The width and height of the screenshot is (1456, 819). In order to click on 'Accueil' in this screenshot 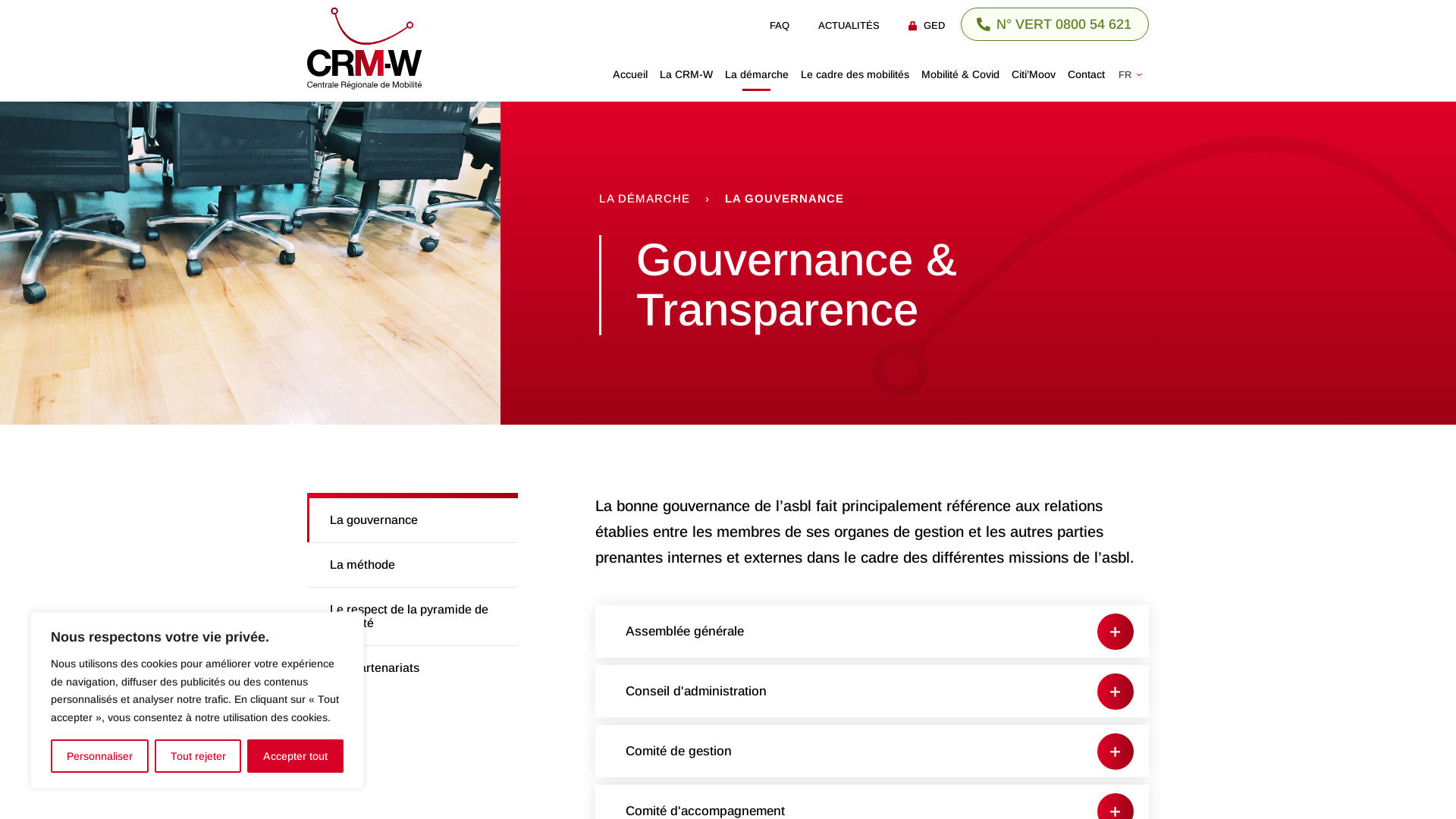, I will do `click(629, 74)`.